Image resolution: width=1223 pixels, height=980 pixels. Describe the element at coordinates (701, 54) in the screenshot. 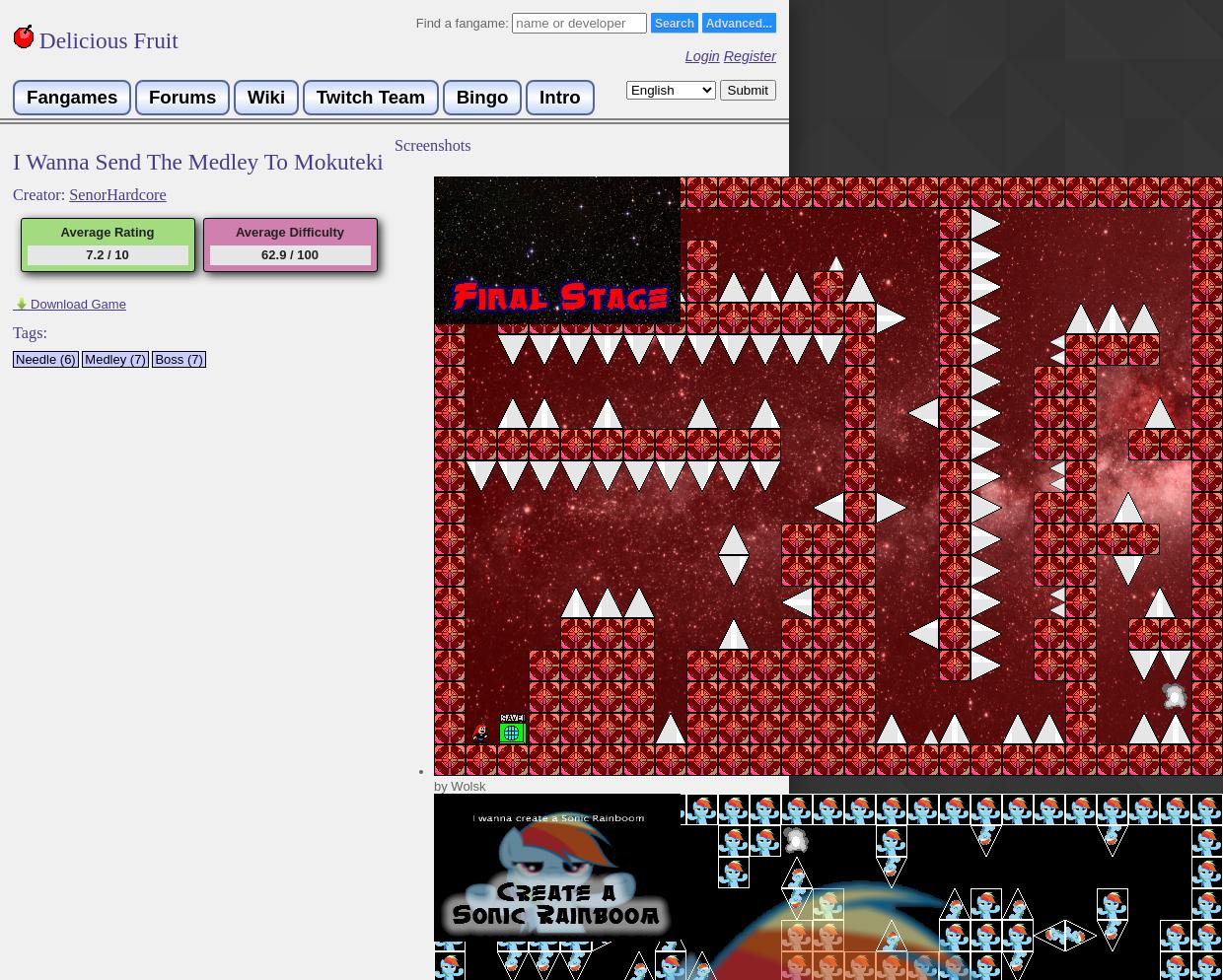

I see `'Login'` at that location.